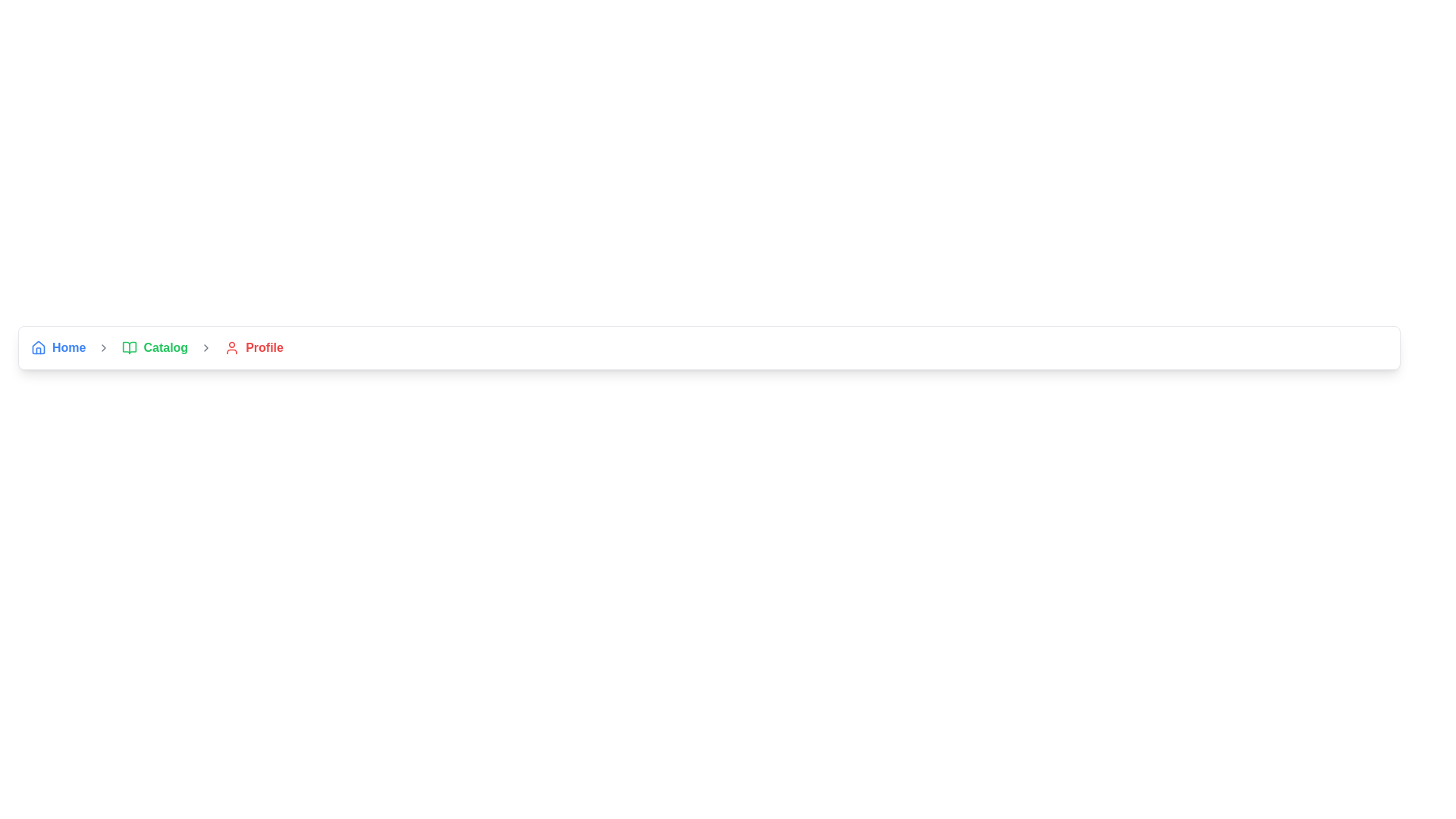 The image size is (1456, 819). I want to click on the 'Catalog' hyperlink, which is a clickable text styled in green and bold, located next to an open book icon in the navigation bar, so click(165, 348).